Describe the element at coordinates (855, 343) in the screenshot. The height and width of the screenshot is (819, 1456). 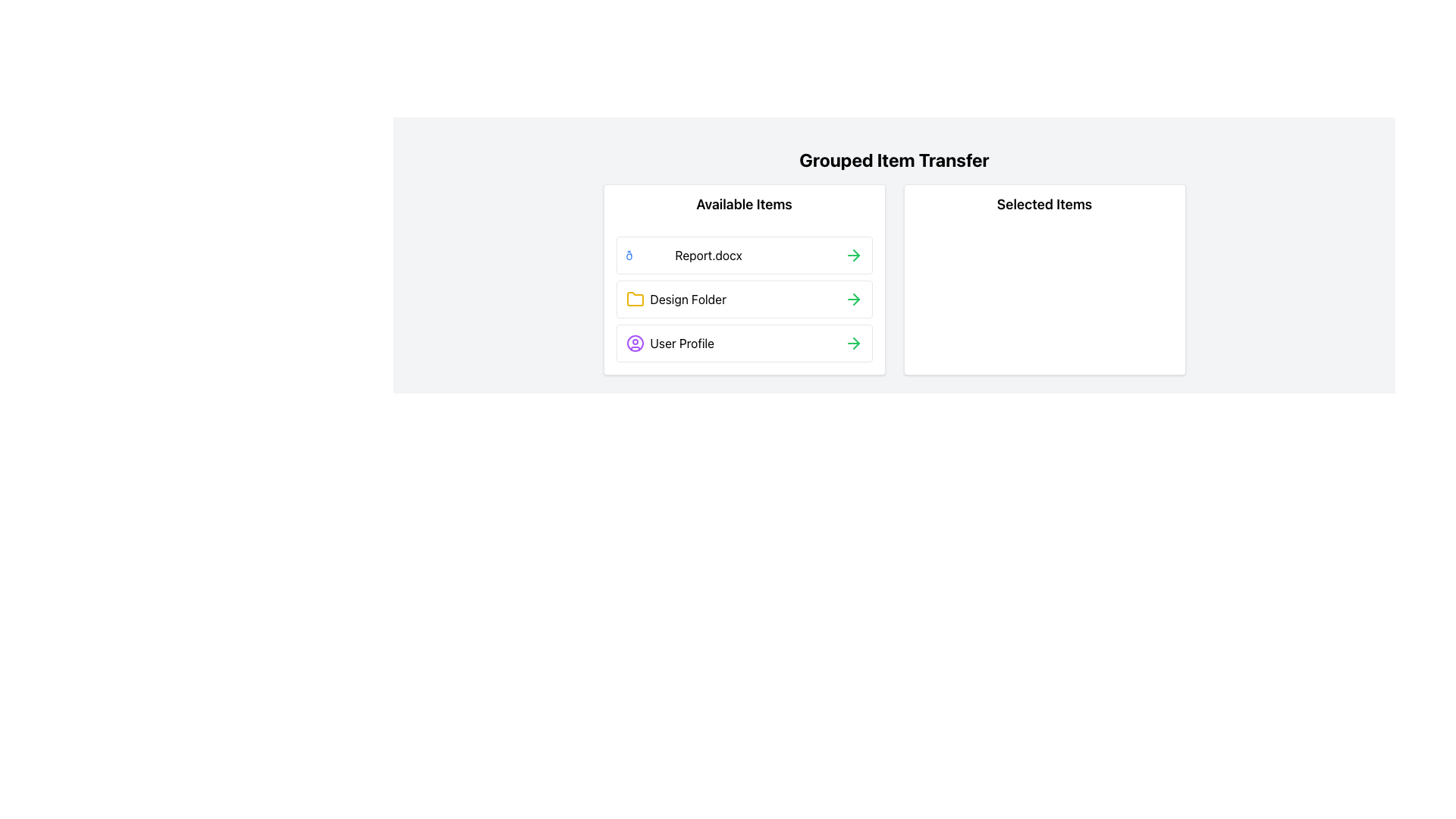
I see `the forward action icon located at the far right of the 'Design Folder' row in the 'Available Items' column` at that location.